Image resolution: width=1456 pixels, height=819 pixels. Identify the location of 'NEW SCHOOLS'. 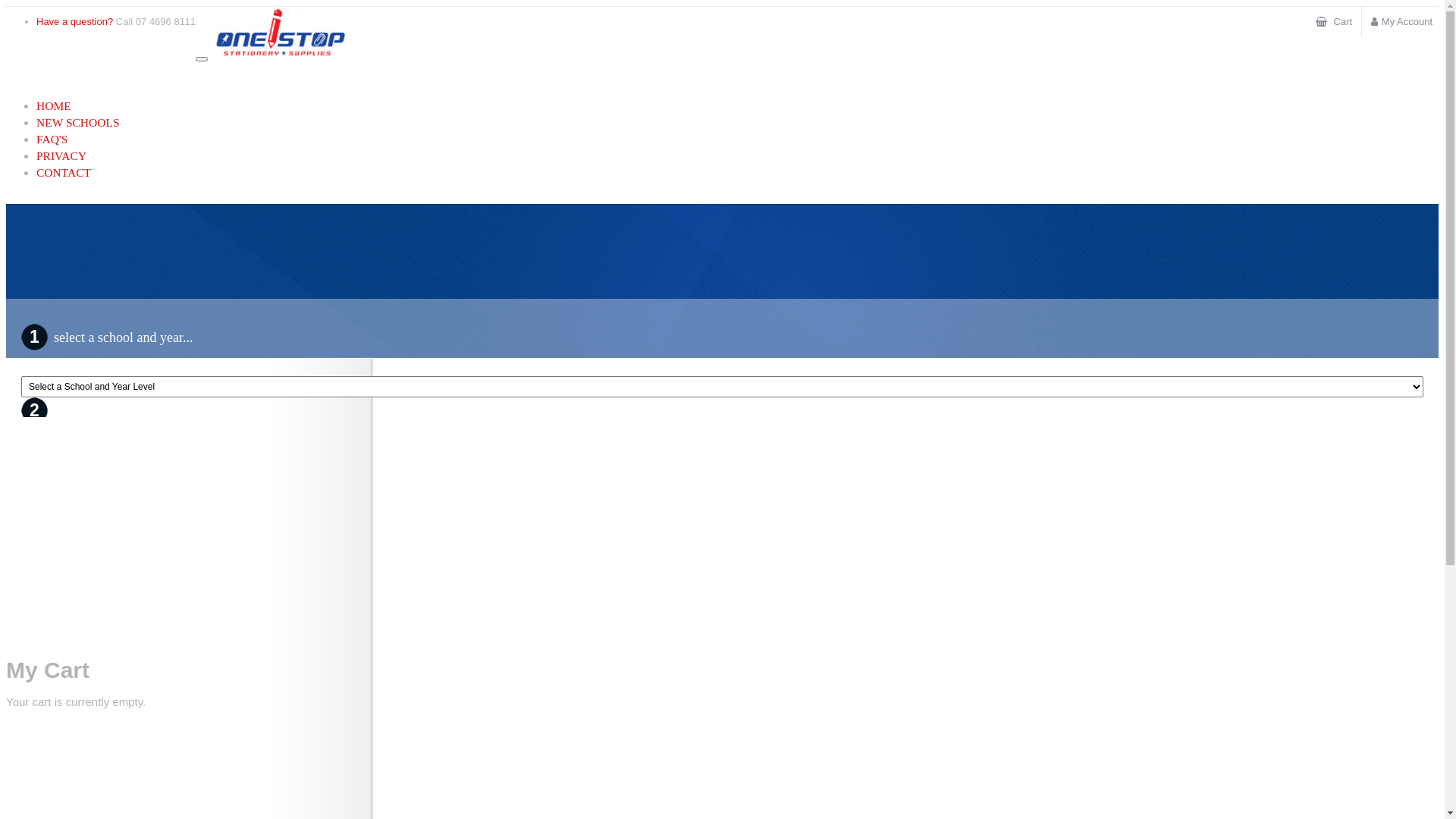
(77, 121).